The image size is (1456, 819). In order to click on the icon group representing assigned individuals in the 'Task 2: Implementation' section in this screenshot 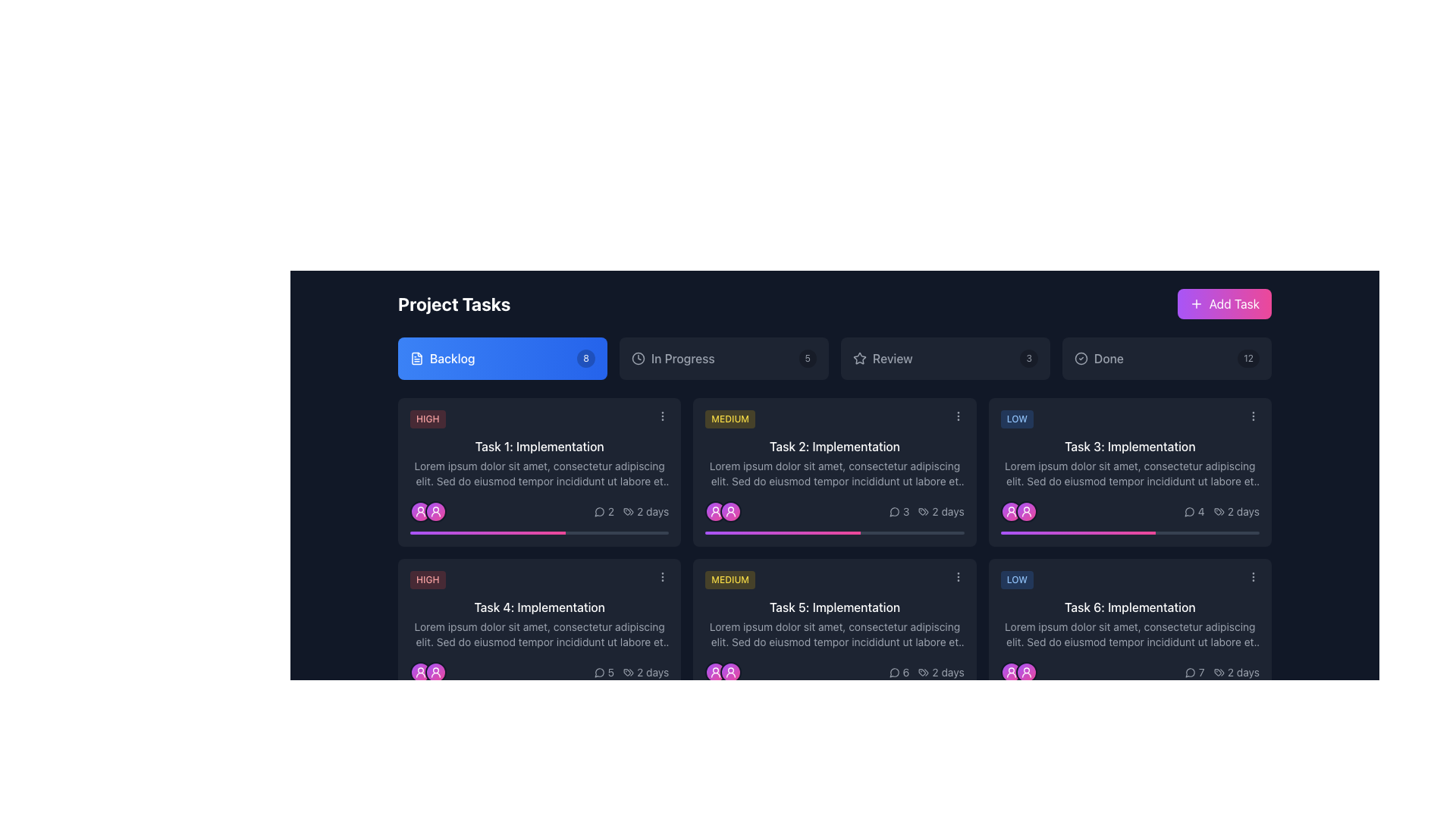, I will do `click(723, 512)`.